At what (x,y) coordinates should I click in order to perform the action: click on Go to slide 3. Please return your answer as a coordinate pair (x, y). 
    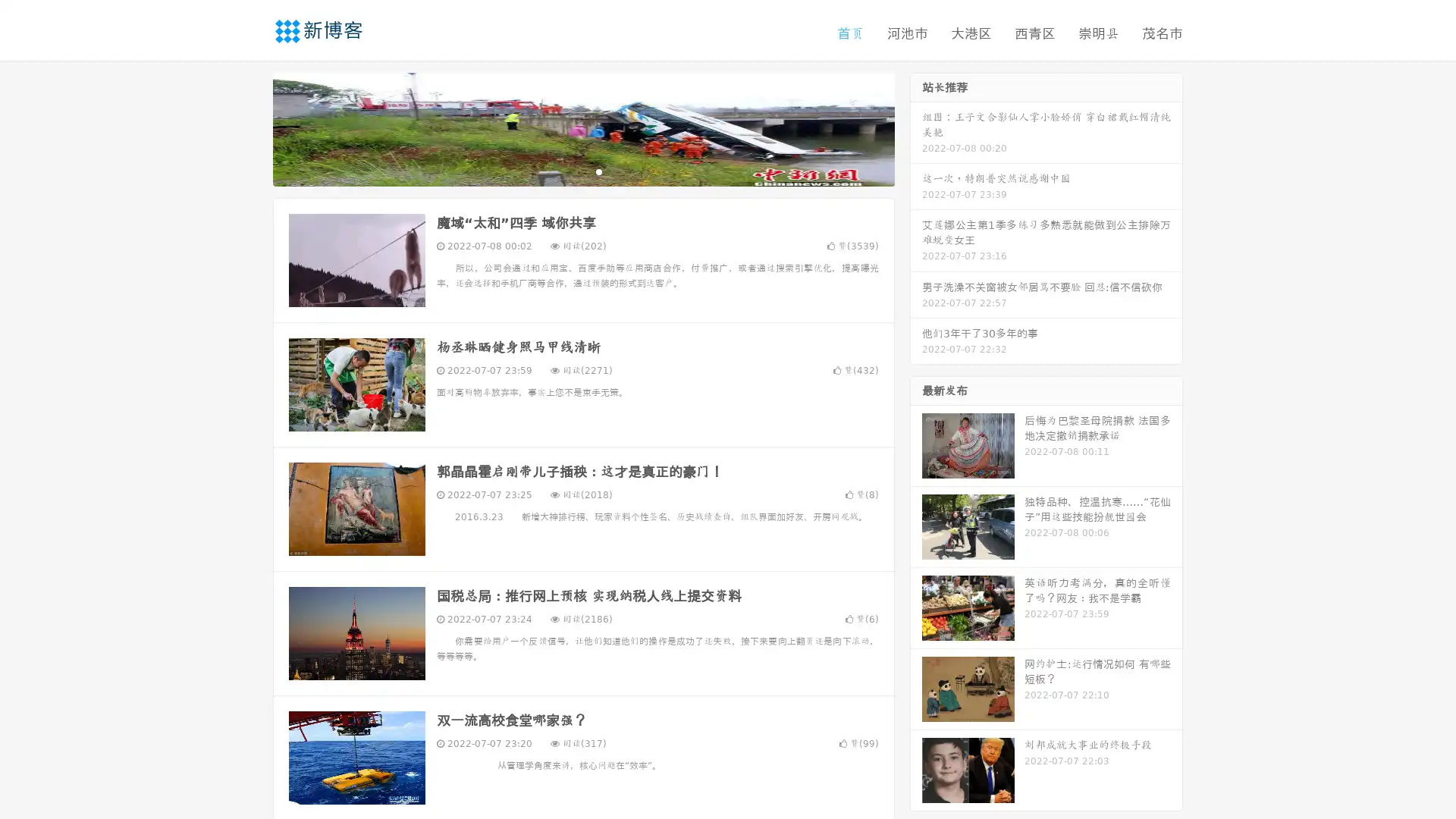
    Looking at the image, I should click on (598, 171).